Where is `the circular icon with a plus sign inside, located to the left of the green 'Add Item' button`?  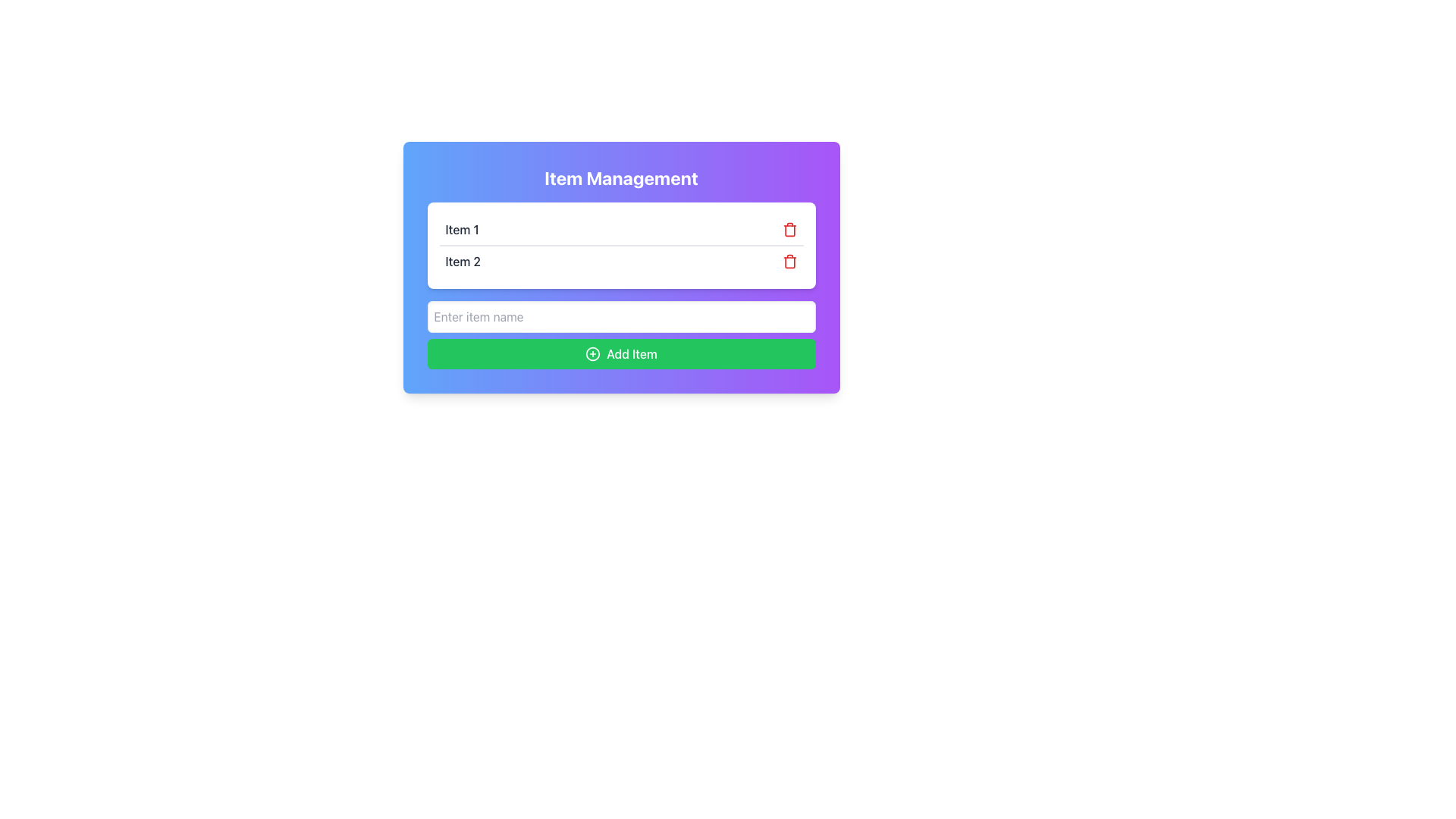 the circular icon with a plus sign inside, located to the left of the green 'Add Item' button is located at coordinates (592, 353).